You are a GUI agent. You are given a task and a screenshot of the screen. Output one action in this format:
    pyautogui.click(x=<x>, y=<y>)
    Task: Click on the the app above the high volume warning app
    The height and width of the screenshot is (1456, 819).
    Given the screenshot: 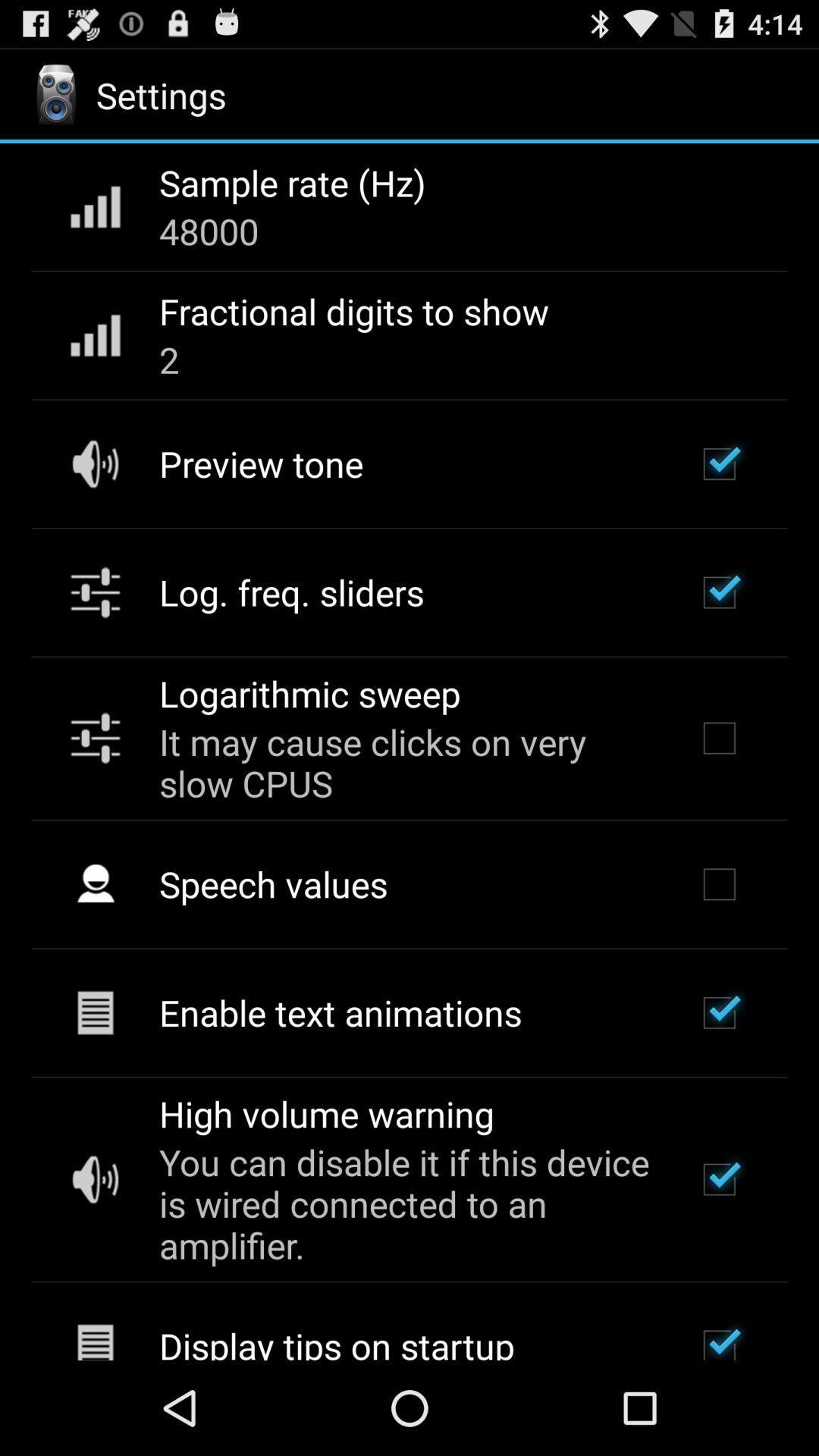 What is the action you would take?
    pyautogui.click(x=340, y=1012)
    